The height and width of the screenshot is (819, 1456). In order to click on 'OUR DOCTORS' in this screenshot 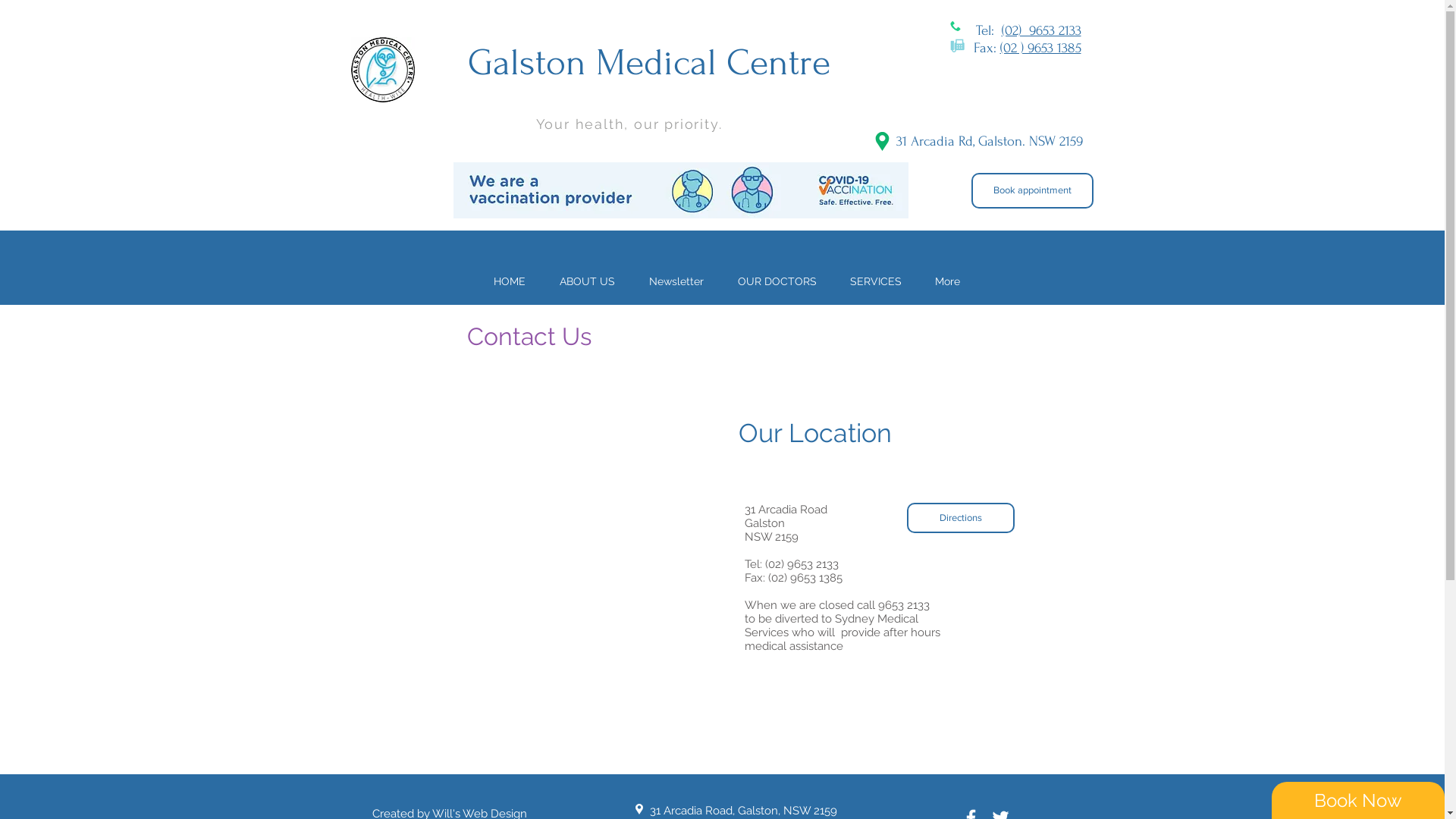, I will do `click(720, 281)`.